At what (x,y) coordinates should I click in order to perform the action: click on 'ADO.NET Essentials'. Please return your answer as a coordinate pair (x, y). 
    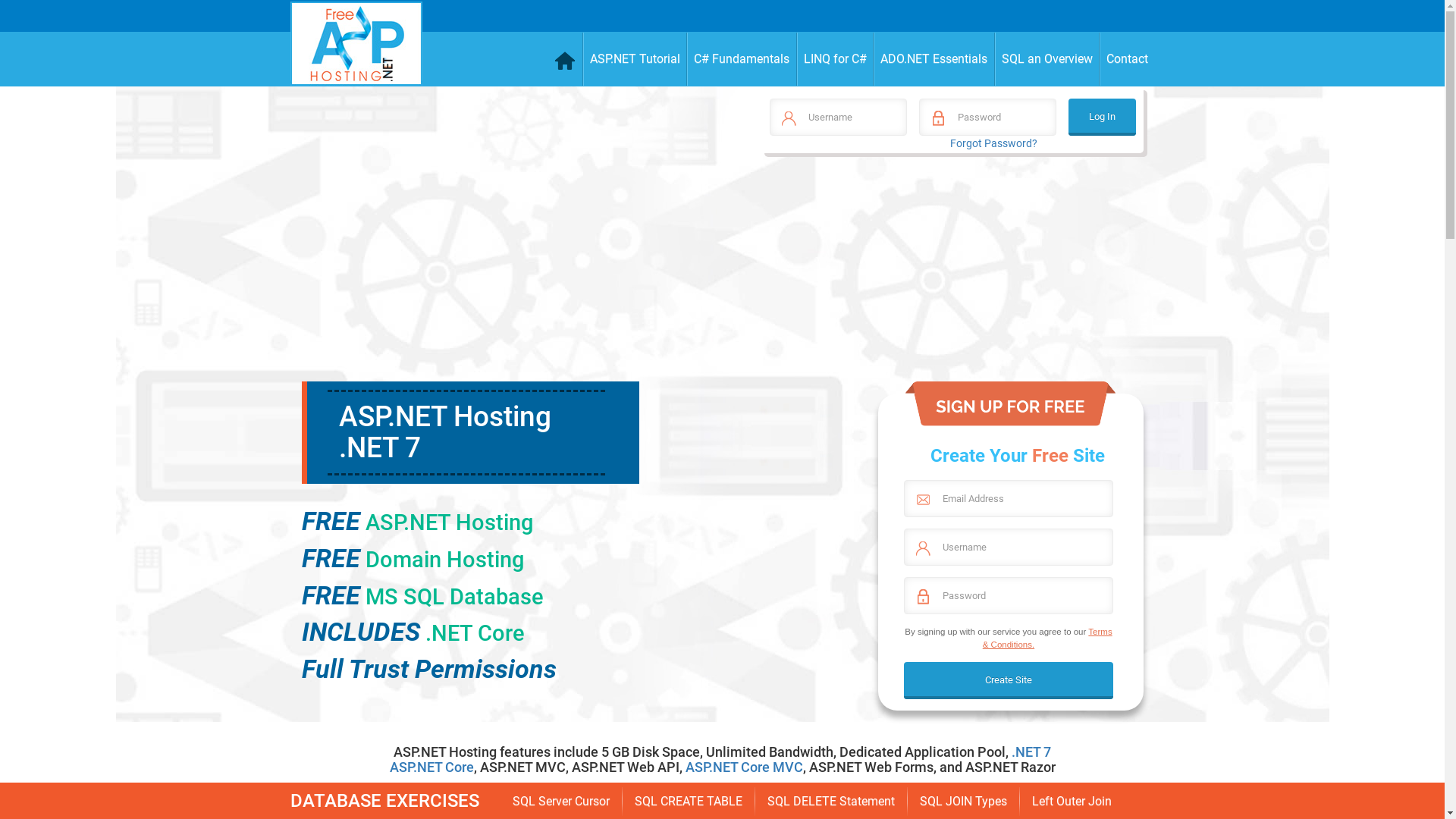
    Looking at the image, I should click on (934, 58).